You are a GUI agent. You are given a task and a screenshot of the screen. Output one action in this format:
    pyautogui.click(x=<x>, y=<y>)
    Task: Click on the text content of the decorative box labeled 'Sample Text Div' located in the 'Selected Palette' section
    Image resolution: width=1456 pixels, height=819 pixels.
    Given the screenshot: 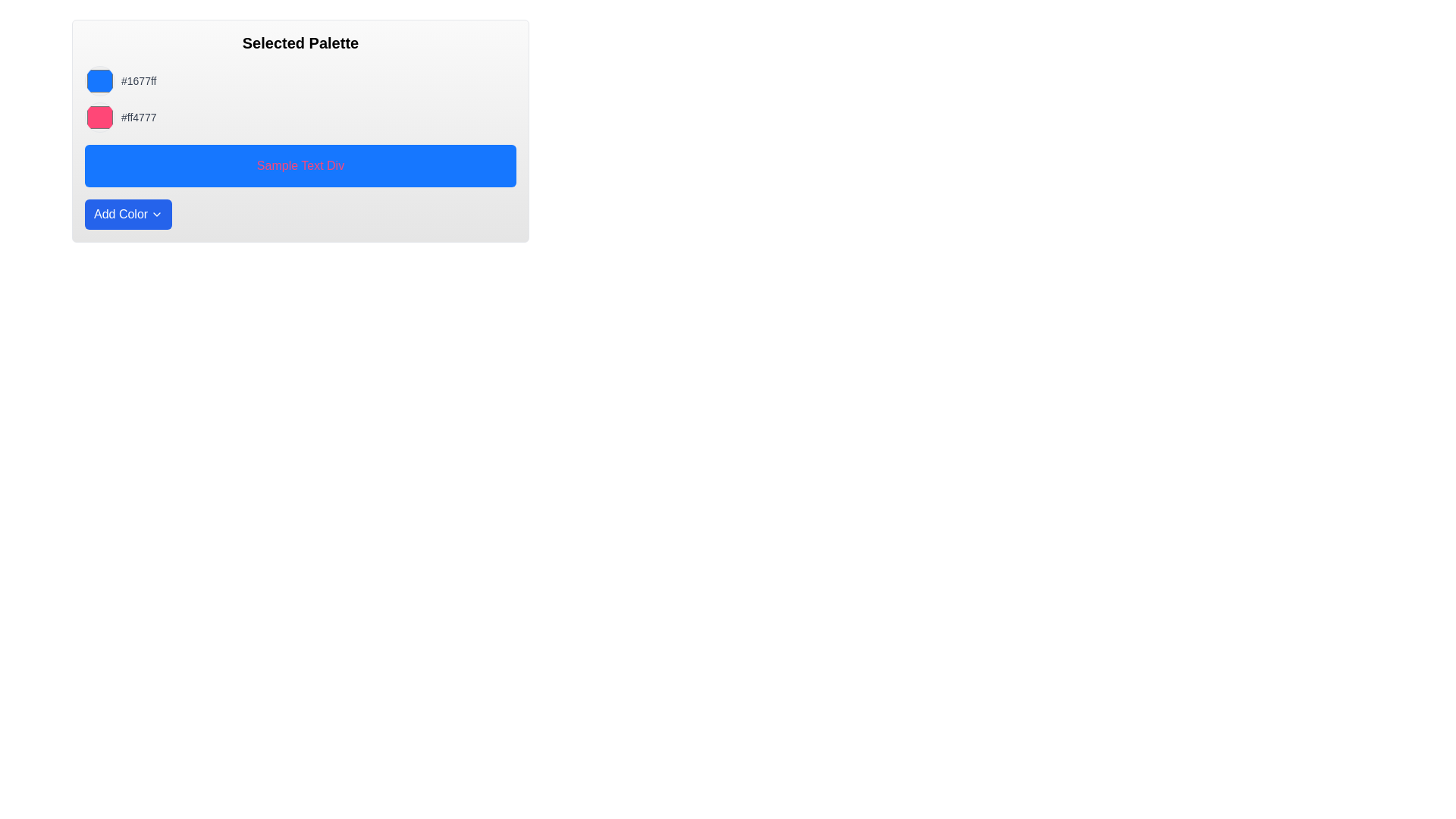 What is the action you would take?
    pyautogui.click(x=300, y=166)
    